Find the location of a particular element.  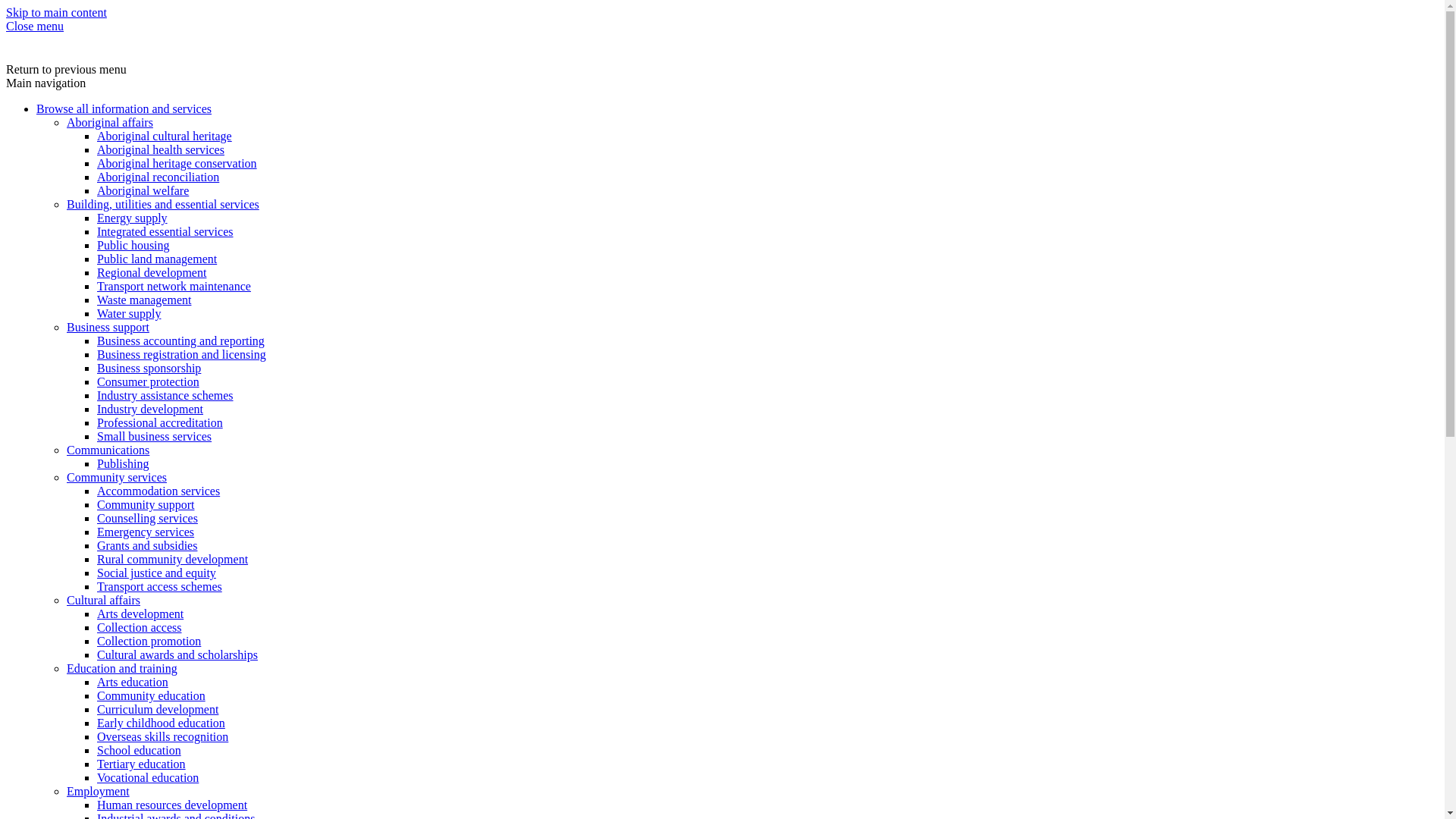

'Cultural affairs' is located at coordinates (102, 599).